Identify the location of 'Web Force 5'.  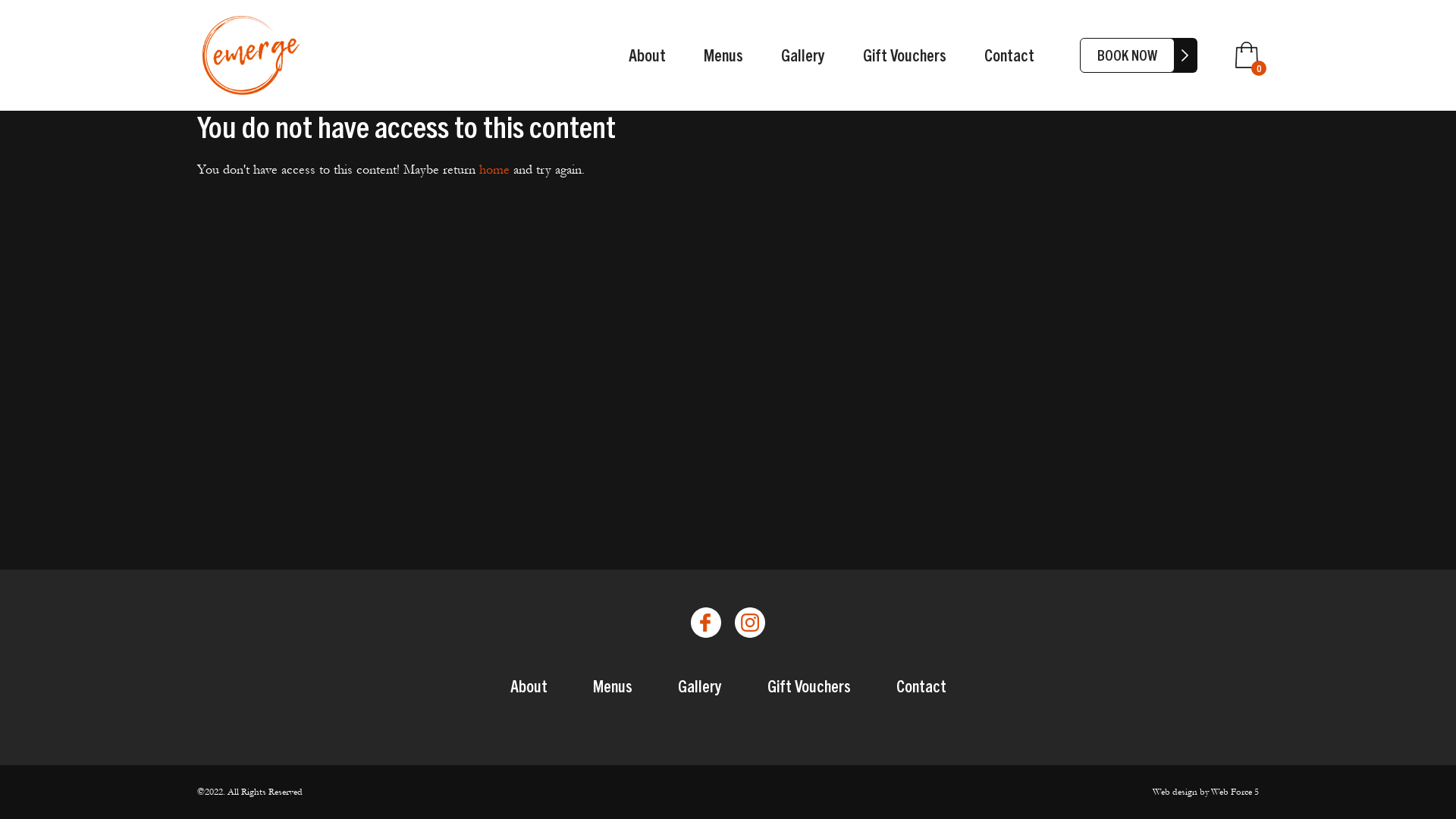
(1235, 791).